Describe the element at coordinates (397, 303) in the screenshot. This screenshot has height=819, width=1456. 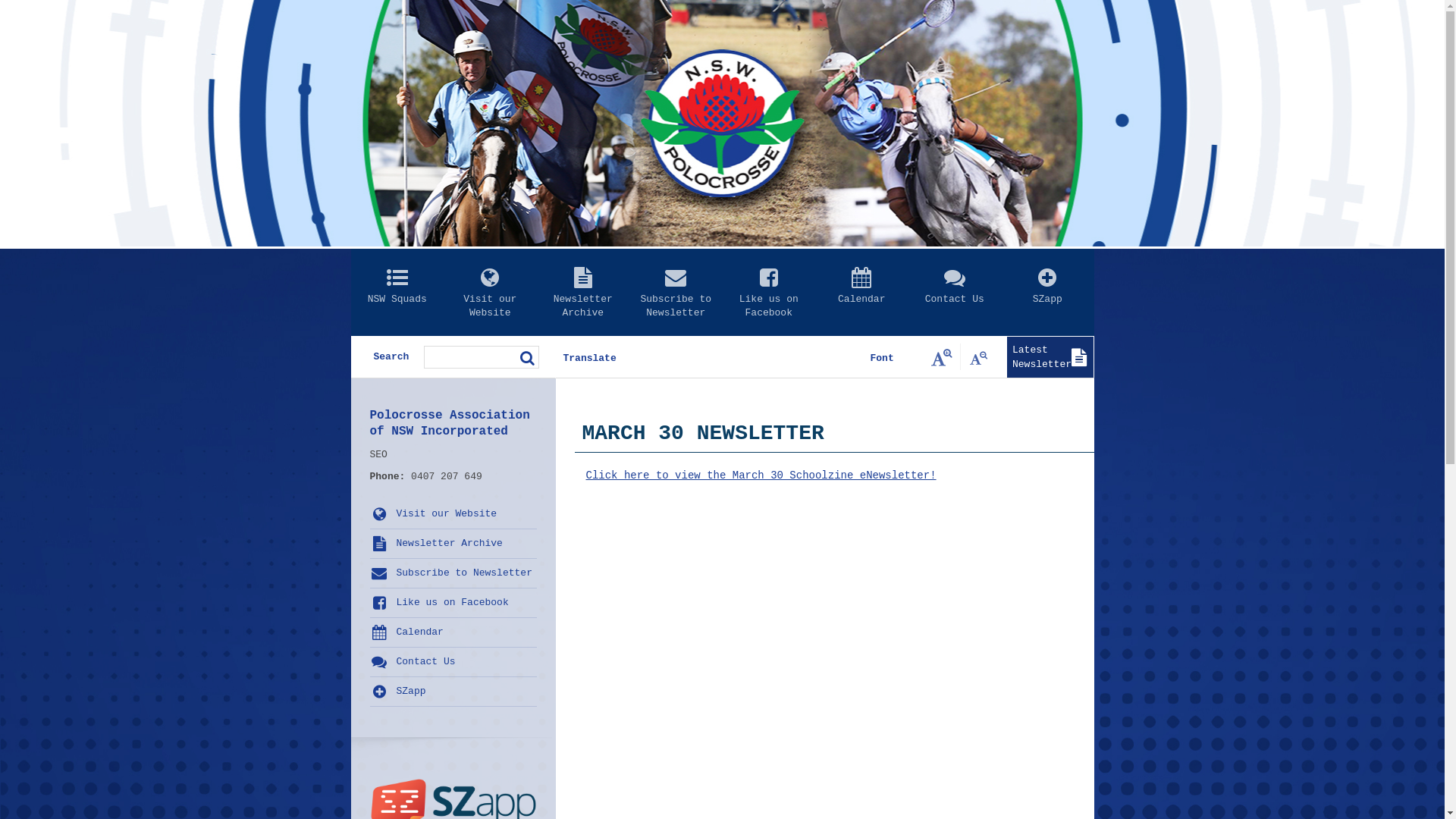
I see `'NSW Squads'` at that location.